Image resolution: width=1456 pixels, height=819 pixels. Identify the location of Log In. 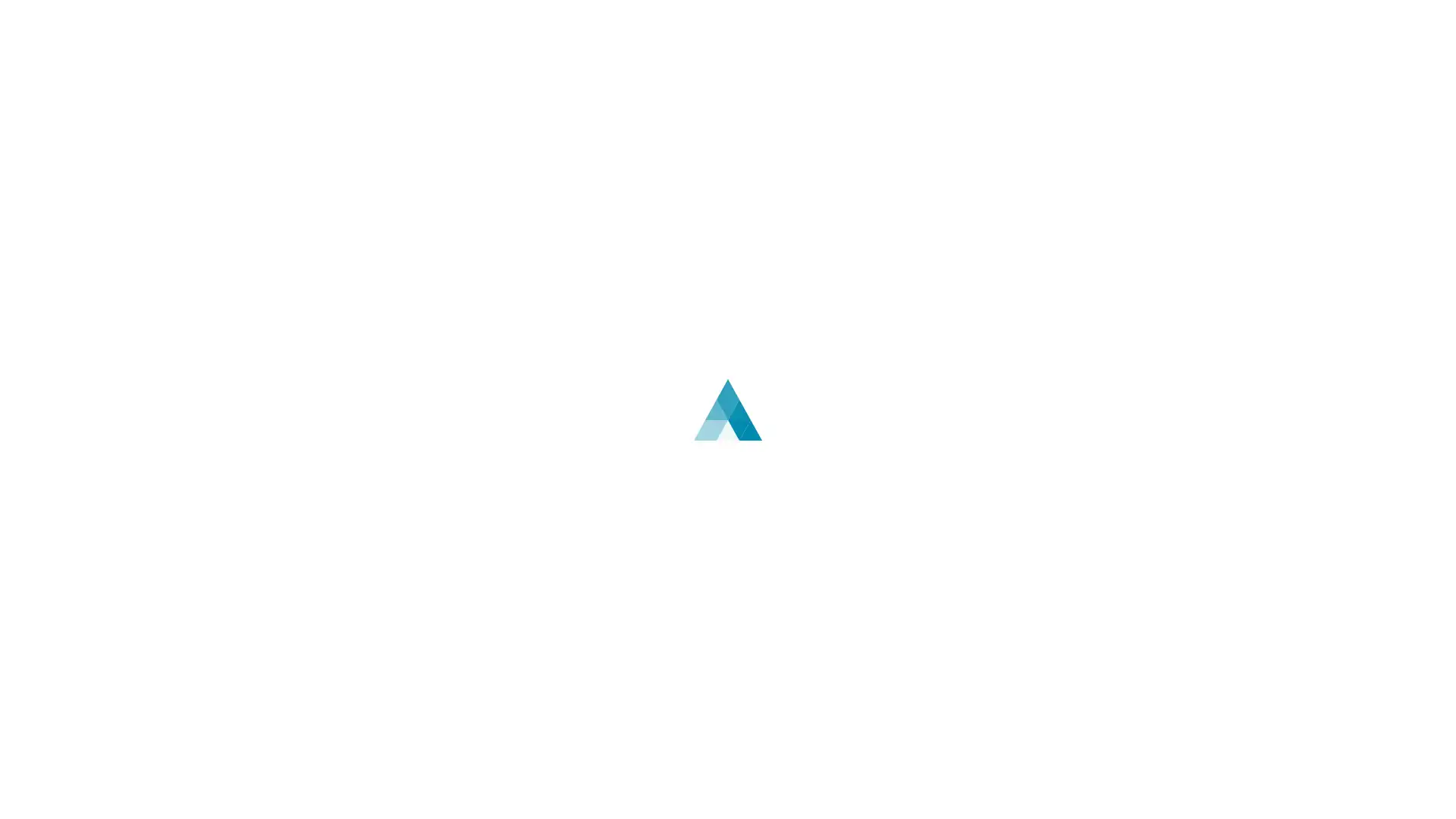
(579, 500).